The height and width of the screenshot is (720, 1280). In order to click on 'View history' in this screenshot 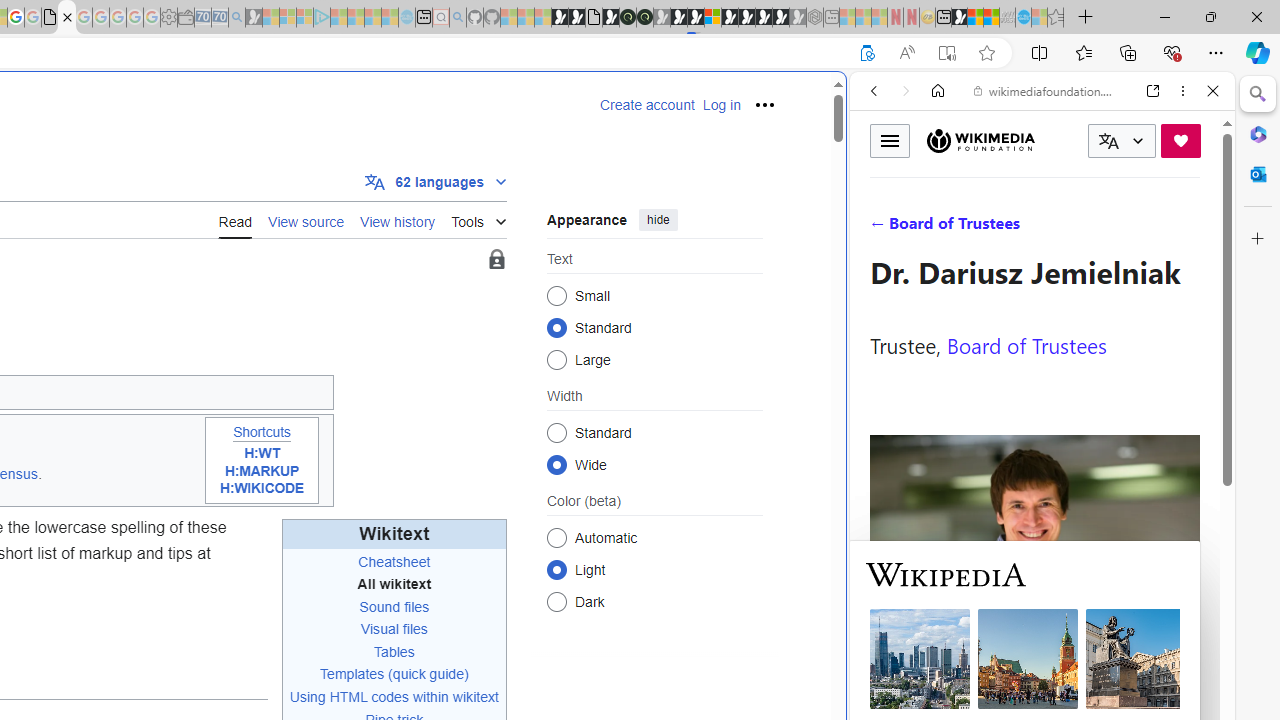, I will do `click(398, 219)`.